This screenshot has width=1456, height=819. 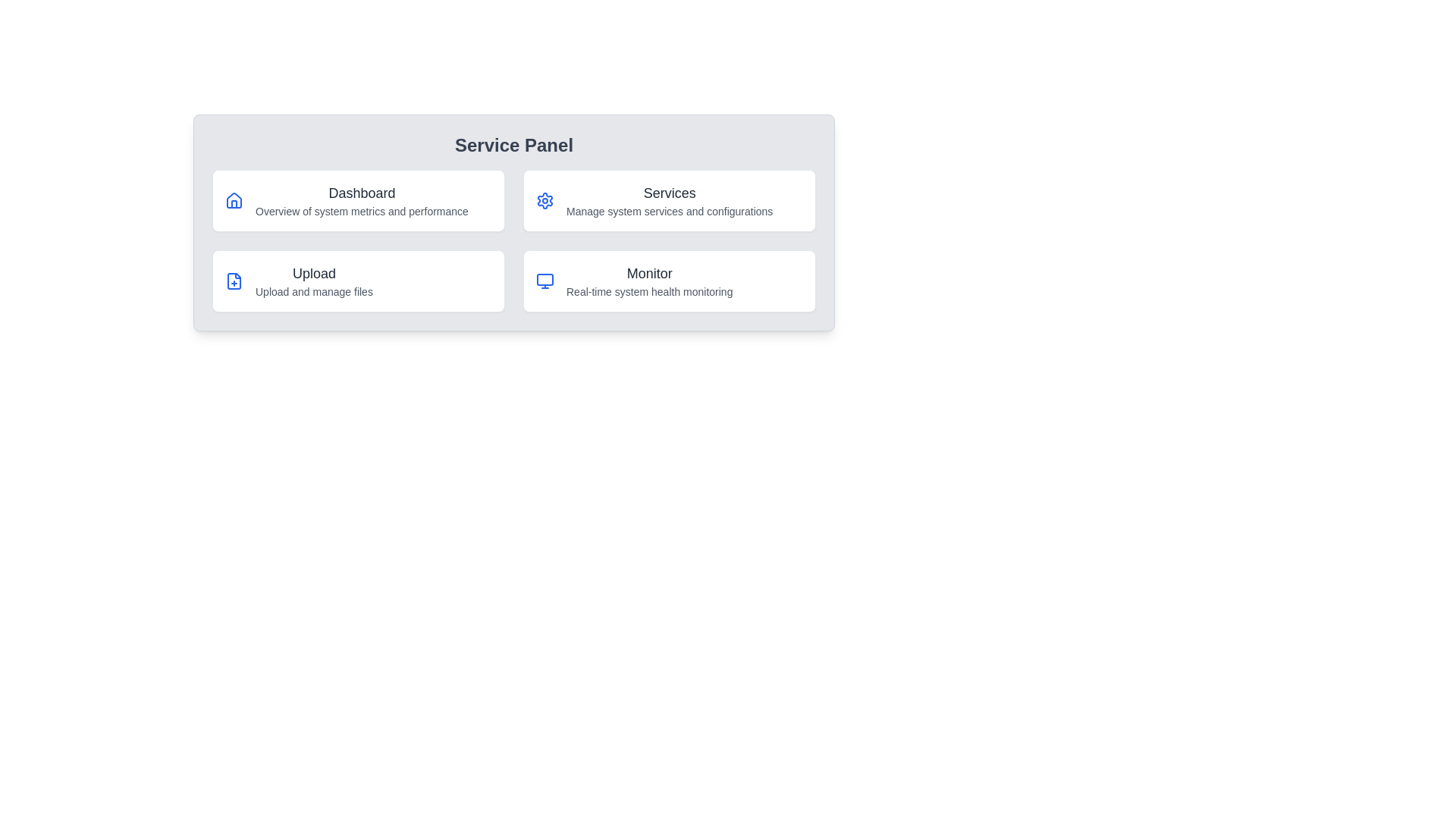 What do you see at coordinates (361, 200) in the screenshot?
I see `the text block that serves as a heading in the service panel, located to the right of the blue house icon` at bounding box center [361, 200].